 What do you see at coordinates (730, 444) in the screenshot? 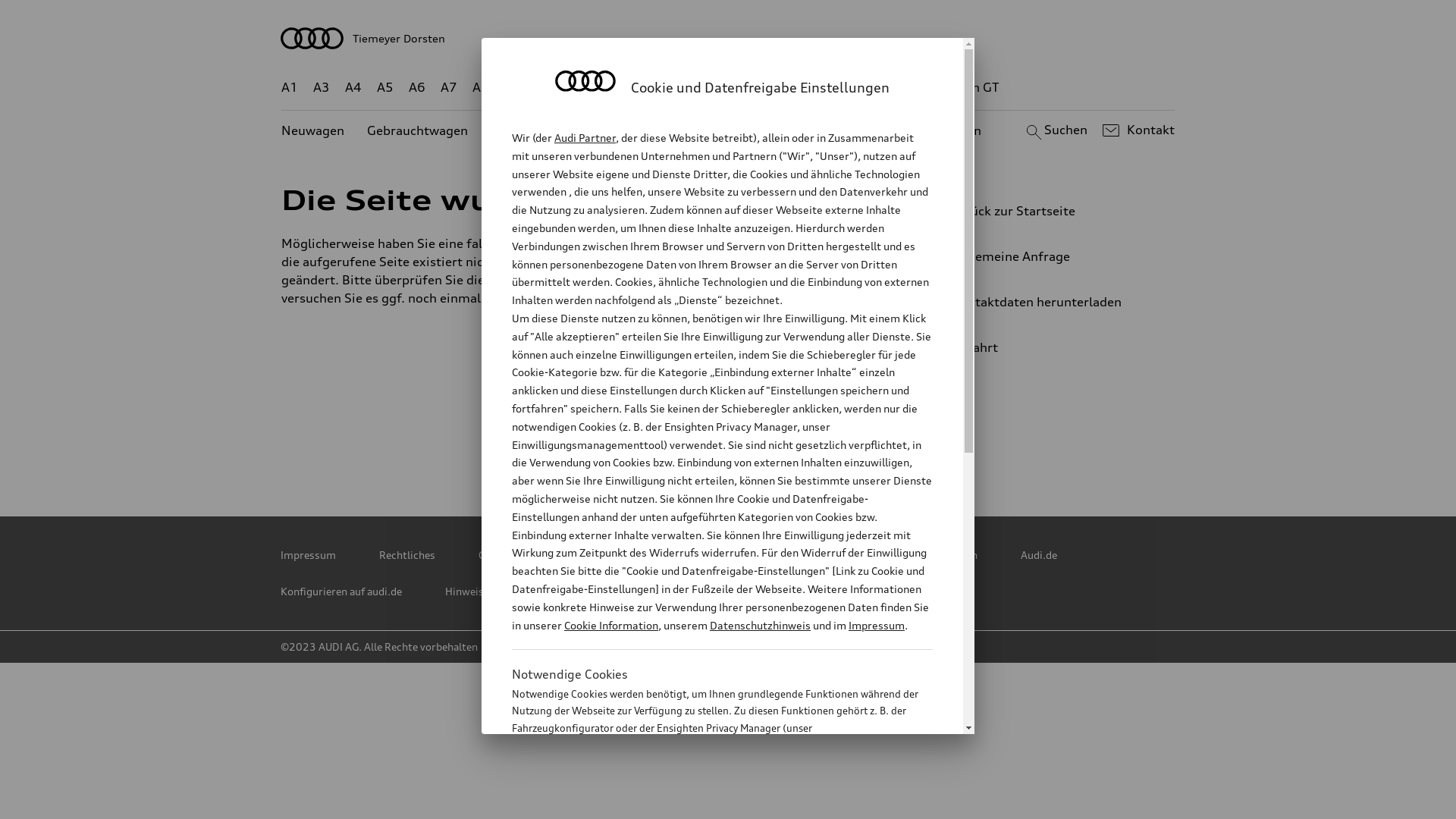
I see `'Facebook'` at bounding box center [730, 444].